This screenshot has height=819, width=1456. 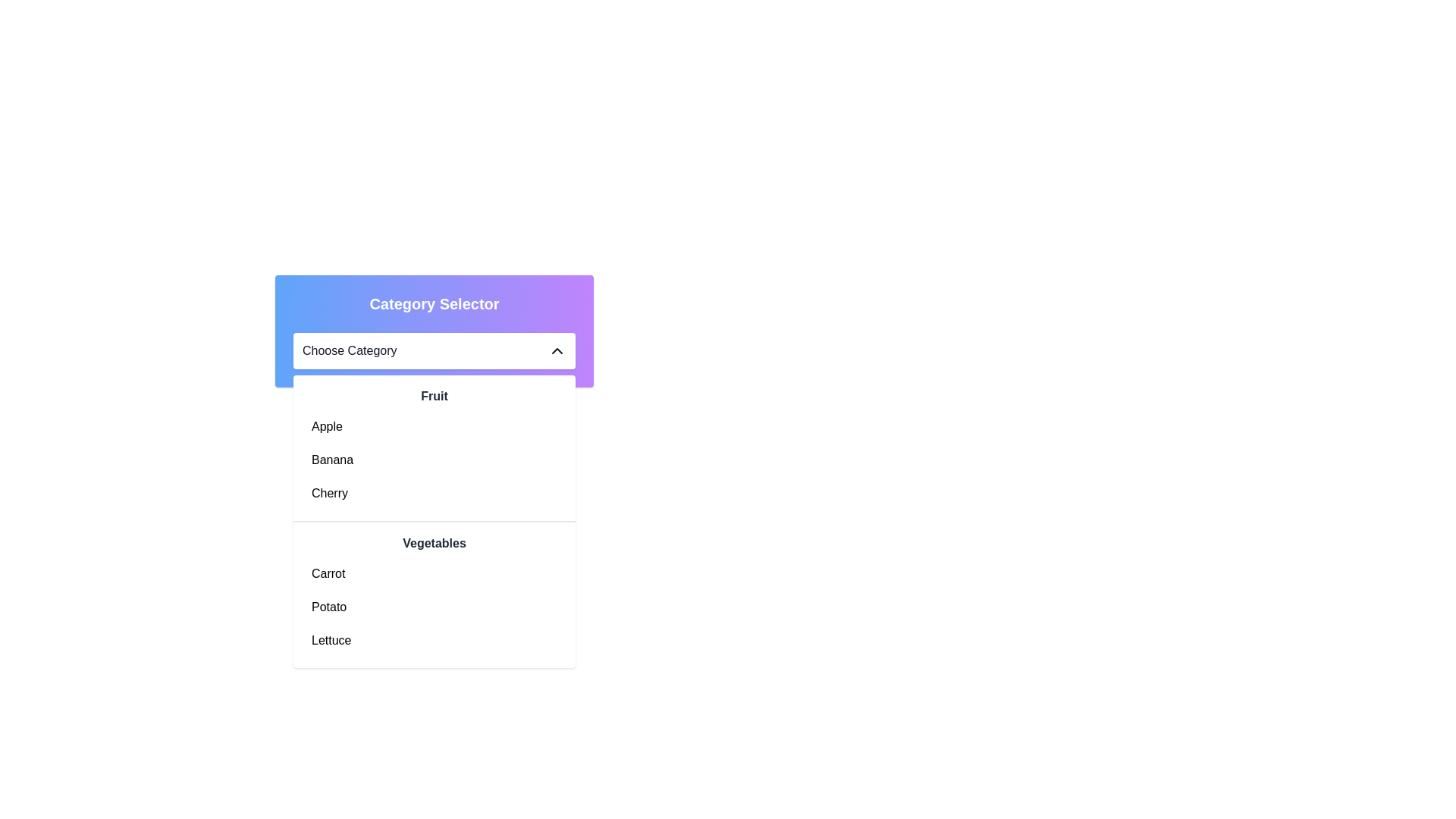 I want to click on the second item in the dropdown menu, which is located between 'Carrot' and 'Lettuce', so click(x=433, y=607).